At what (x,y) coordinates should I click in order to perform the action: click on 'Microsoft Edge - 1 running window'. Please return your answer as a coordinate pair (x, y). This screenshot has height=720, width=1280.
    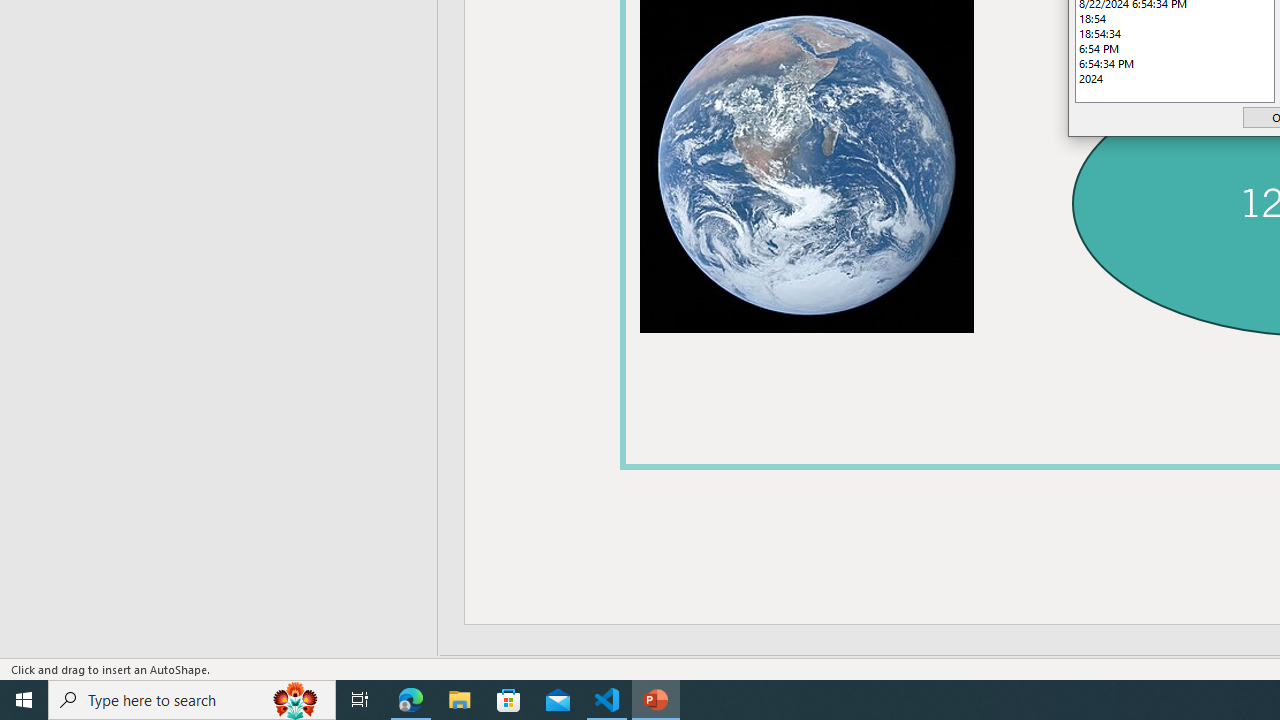
    Looking at the image, I should click on (410, 698).